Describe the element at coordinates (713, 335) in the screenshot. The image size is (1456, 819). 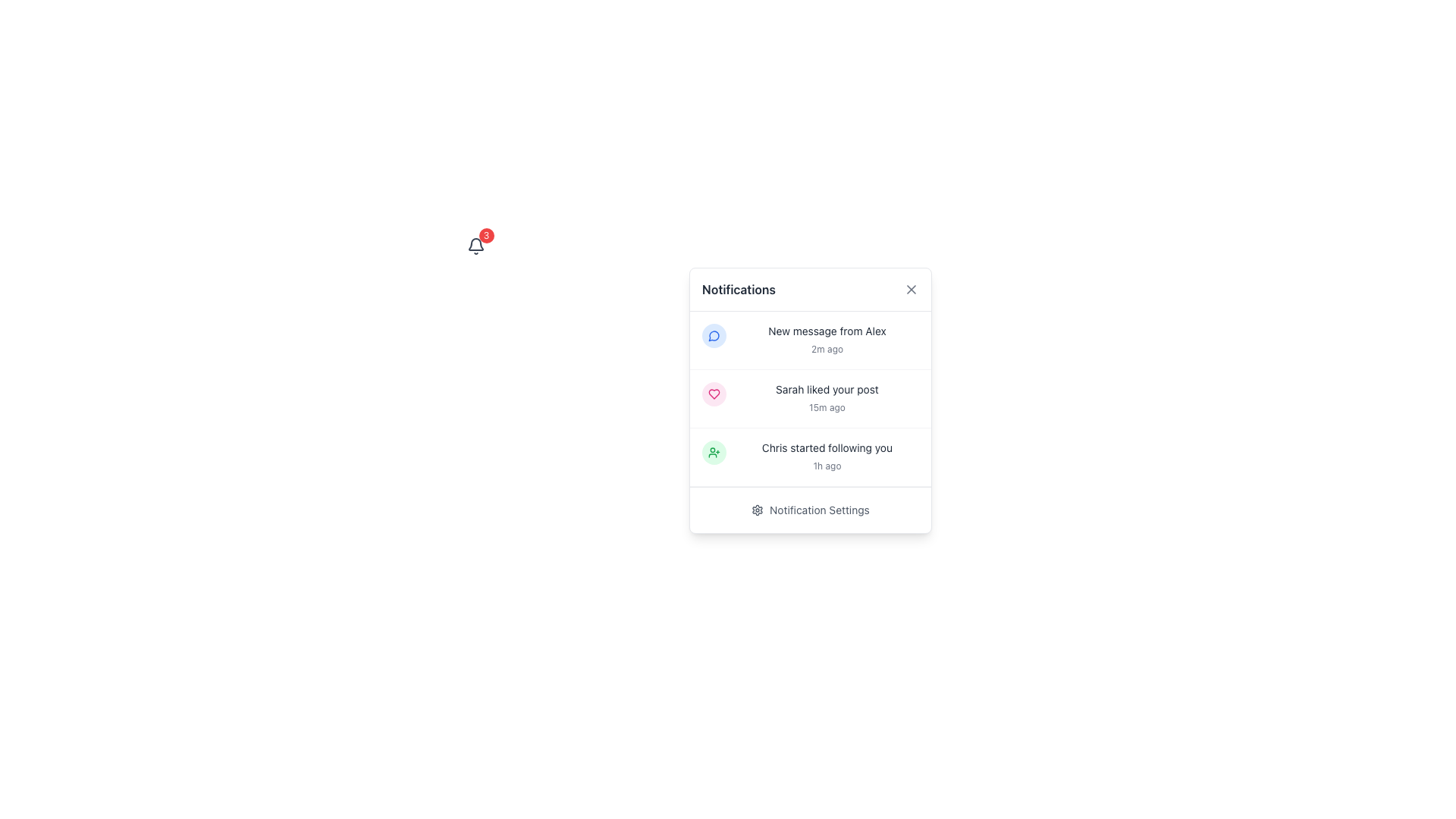
I see `the notification icon representing messages, which is located to the left of the text 'New message from Alex, 2m ago' within the Notifications card` at that location.